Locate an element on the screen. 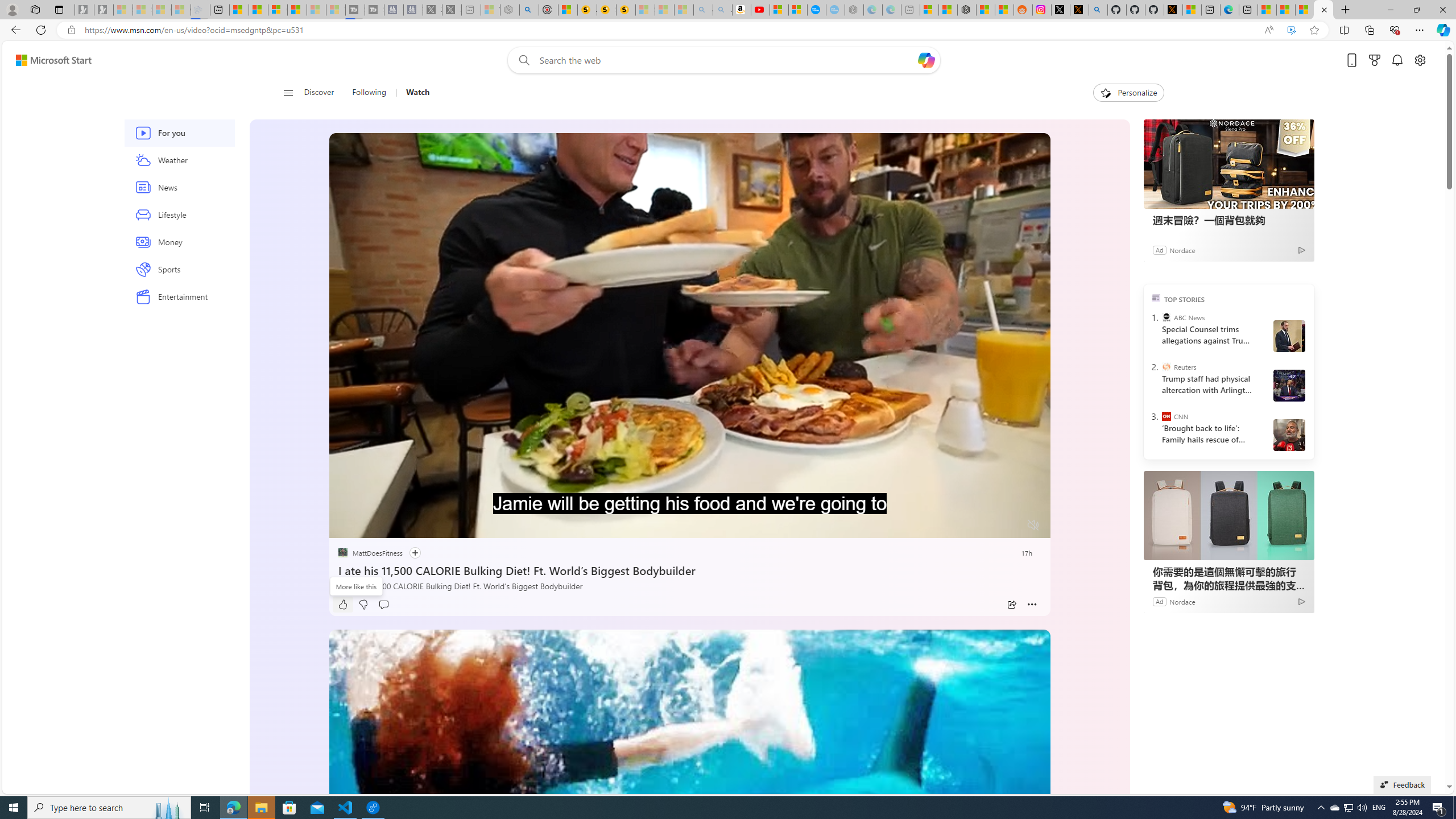  'poe - Search' is located at coordinates (528, 9).